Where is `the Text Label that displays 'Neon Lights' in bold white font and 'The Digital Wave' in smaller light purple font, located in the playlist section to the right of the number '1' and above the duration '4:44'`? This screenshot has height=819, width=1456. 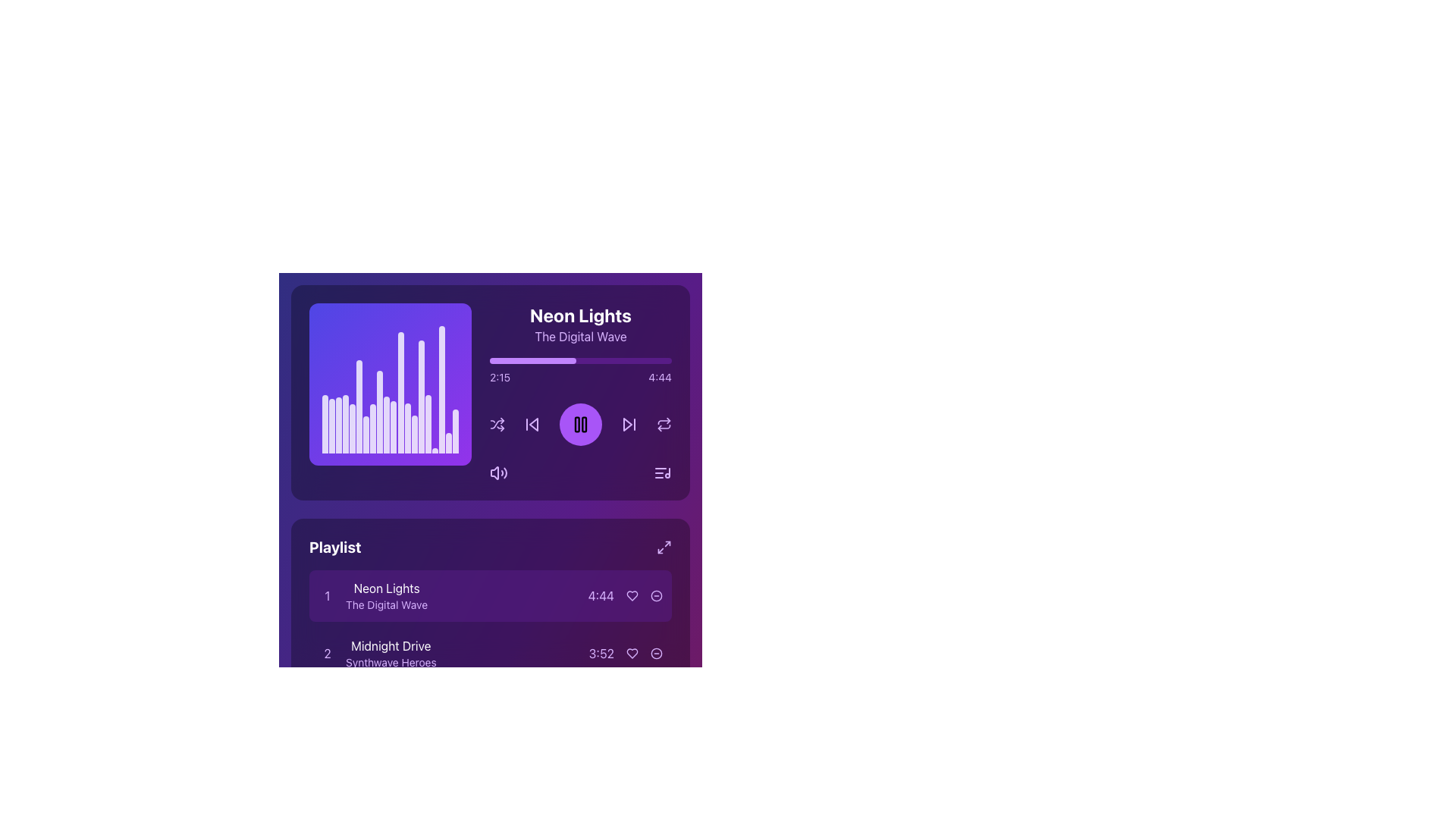 the Text Label that displays 'Neon Lights' in bold white font and 'The Digital Wave' in smaller light purple font, located in the playlist section to the right of the number '1' and above the duration '4:44' is located at coordinates (387, 595).